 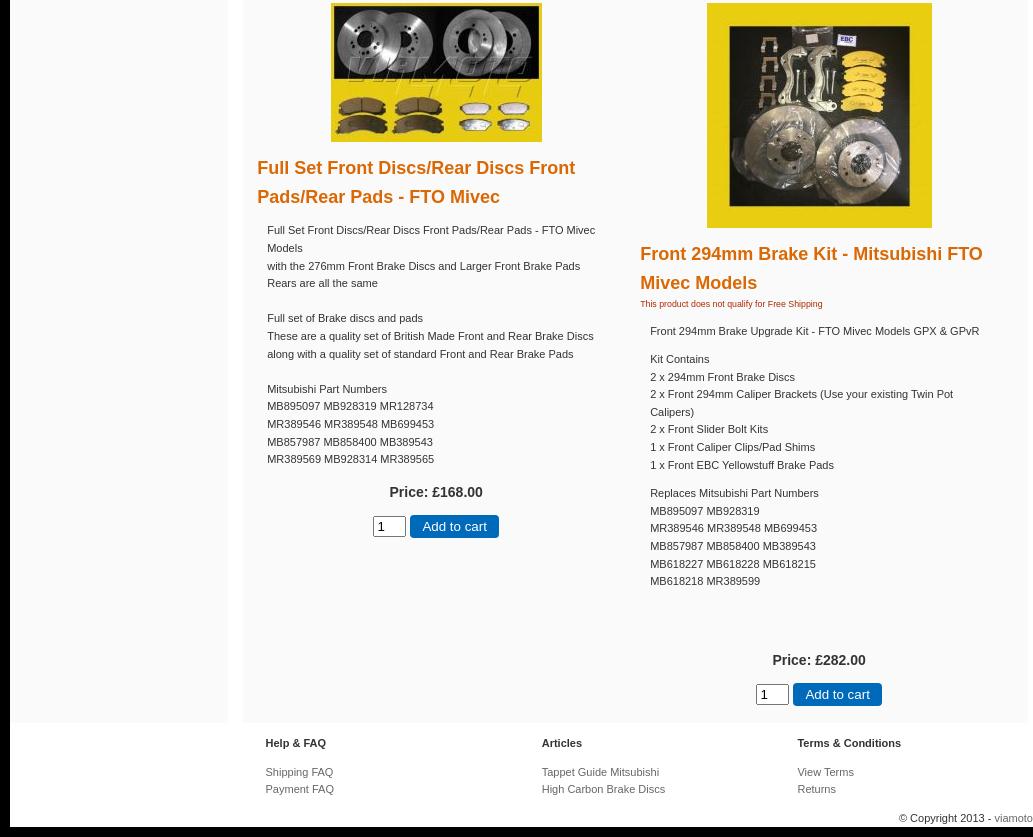 I want to click on 'Front 294mm Brake Upgrade Kit - FTO Mivec Models GPX & GPvR', so click(x=814, y=330).